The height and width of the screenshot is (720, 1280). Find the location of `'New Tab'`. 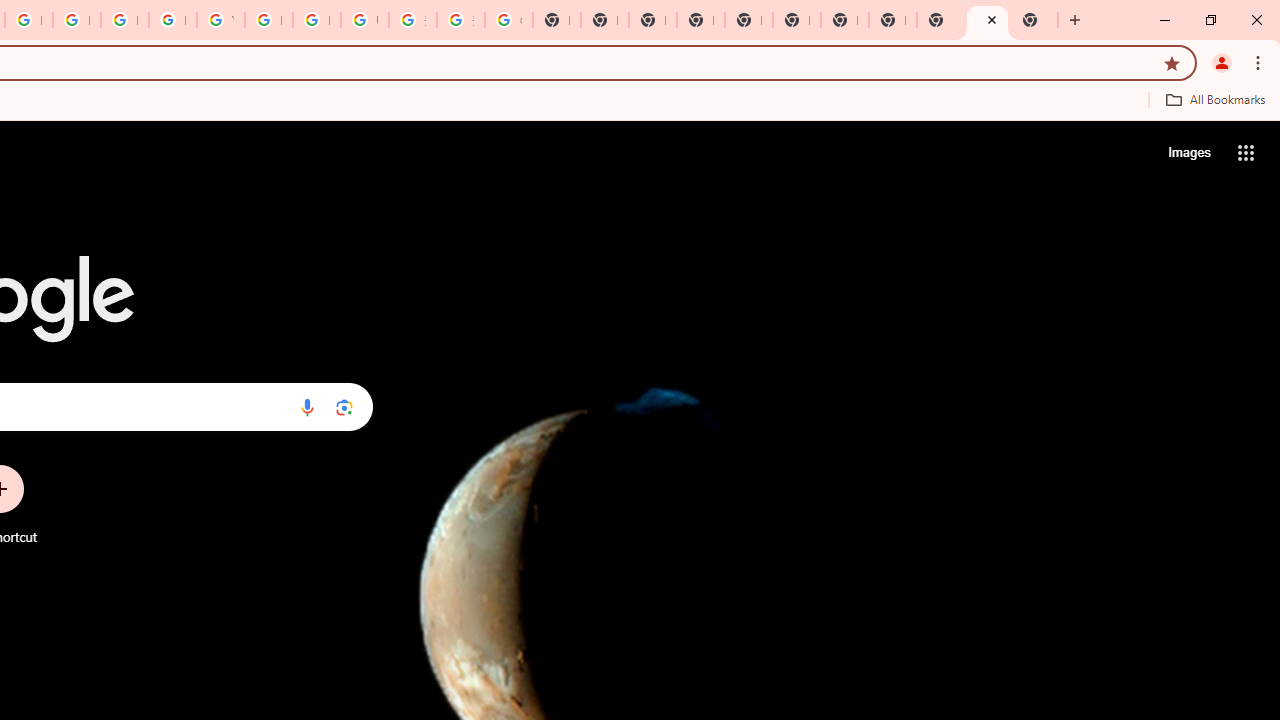

'New Tab' is located at coordinates (1034, 20).